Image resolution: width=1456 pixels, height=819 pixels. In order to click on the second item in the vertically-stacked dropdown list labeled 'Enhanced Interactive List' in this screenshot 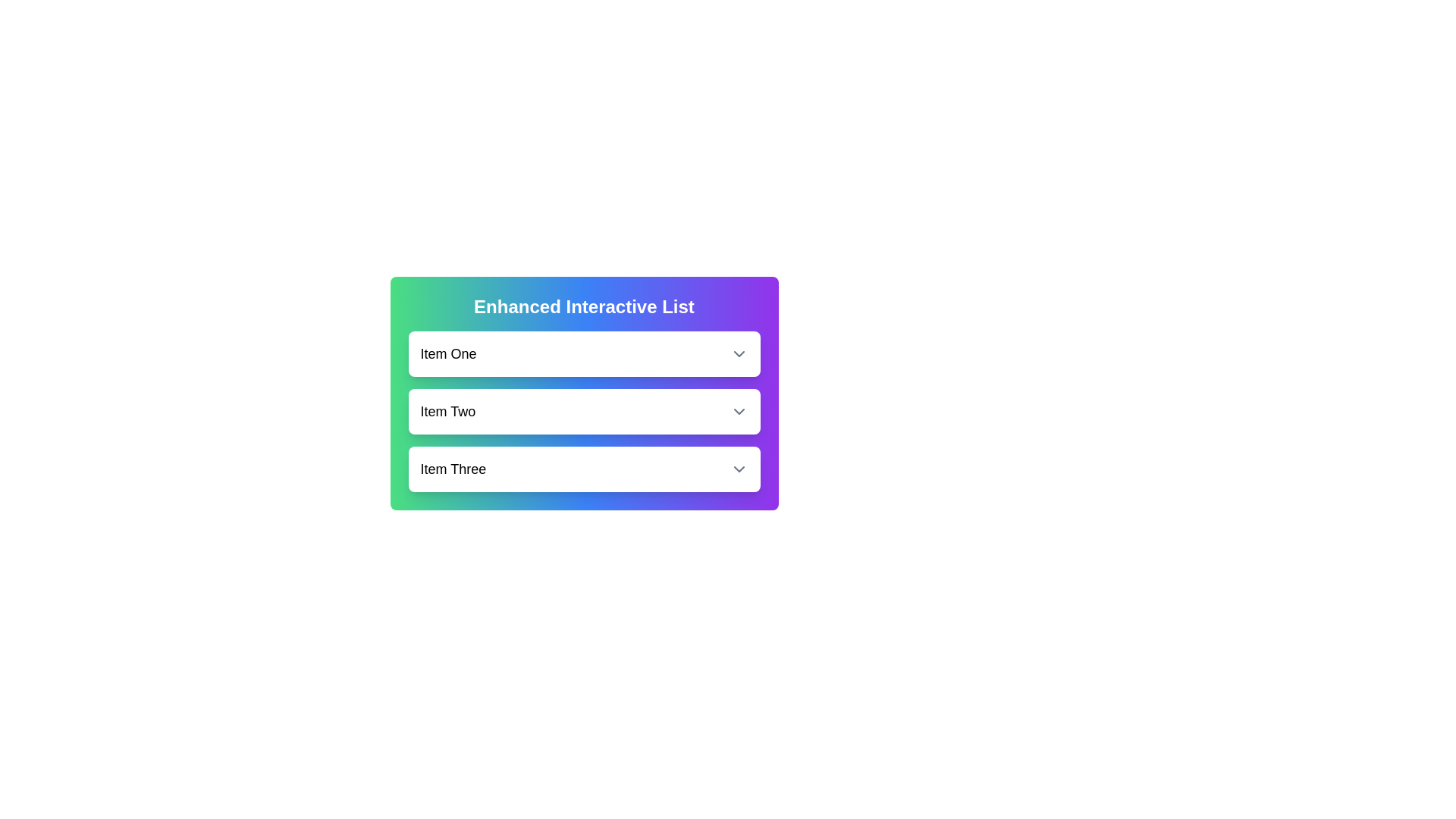, I will do `click(583, 412)`.